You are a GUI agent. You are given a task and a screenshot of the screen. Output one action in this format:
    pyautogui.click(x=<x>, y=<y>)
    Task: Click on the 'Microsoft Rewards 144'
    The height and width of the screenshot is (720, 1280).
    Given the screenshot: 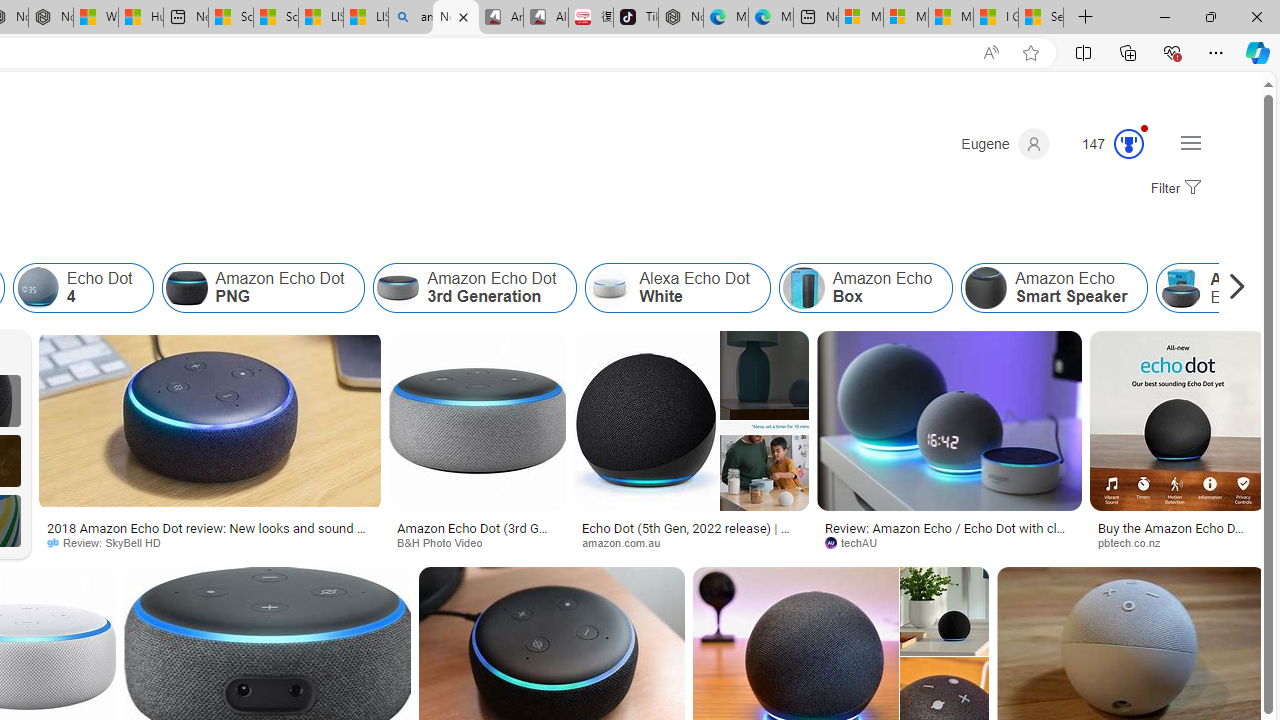 What is the action you would take?
    pyautogui.click(x=1104, y=143)
    